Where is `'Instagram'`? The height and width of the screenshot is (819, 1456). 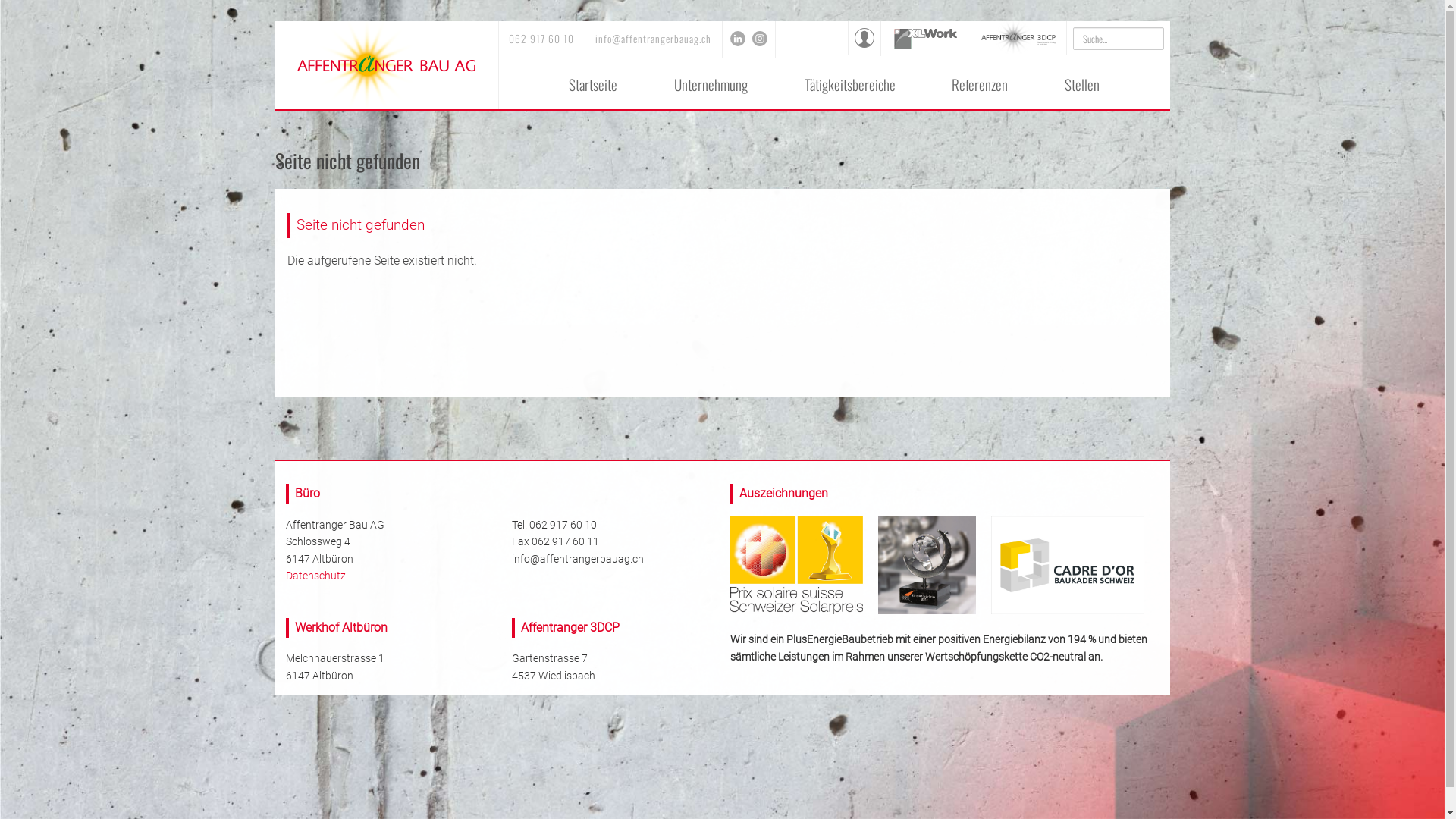
'Instagram' is located at coordinates (758, 38).